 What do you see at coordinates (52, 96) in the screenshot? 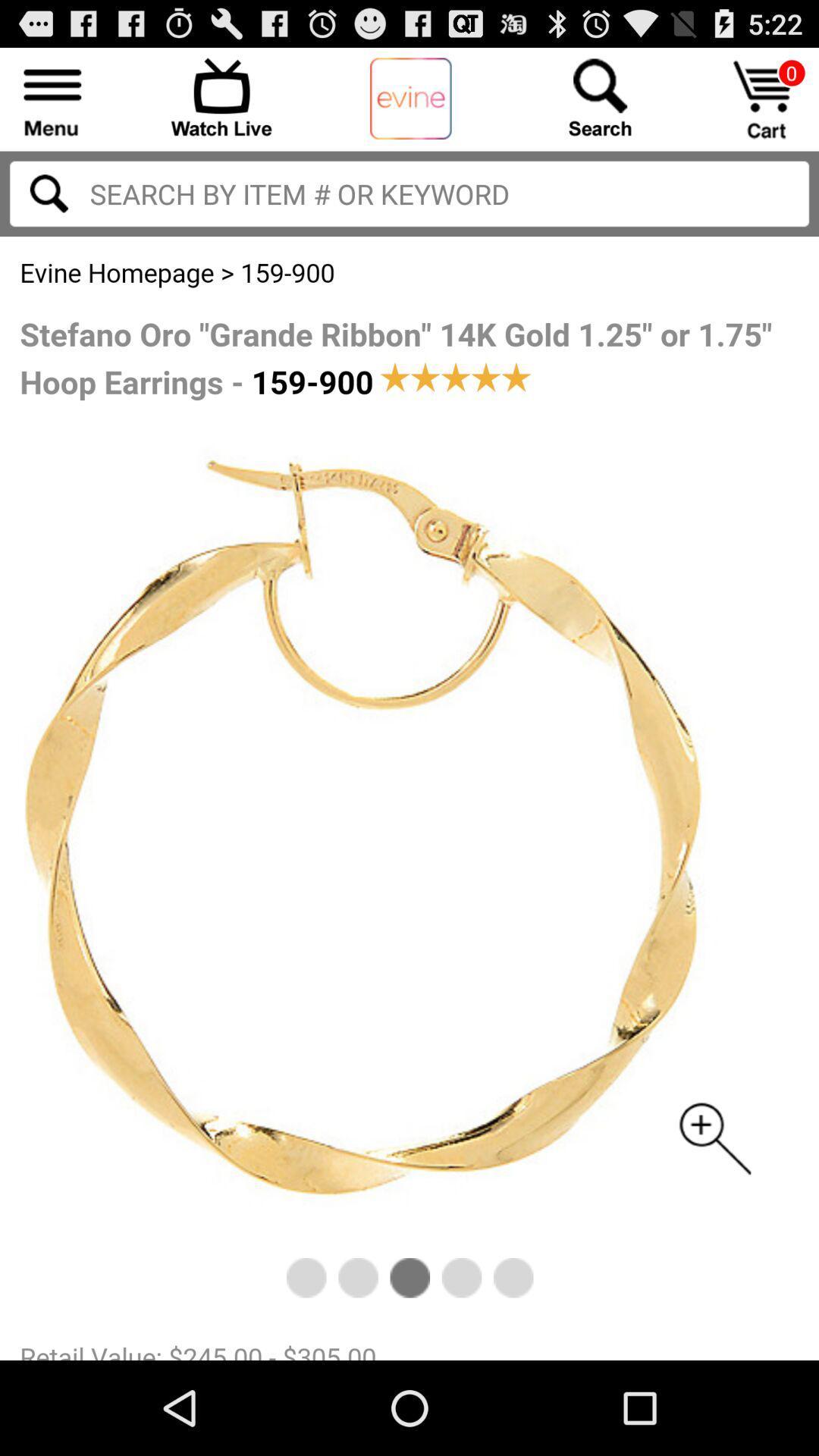
I see `menu dropdown` at bounding box center [52, 96].